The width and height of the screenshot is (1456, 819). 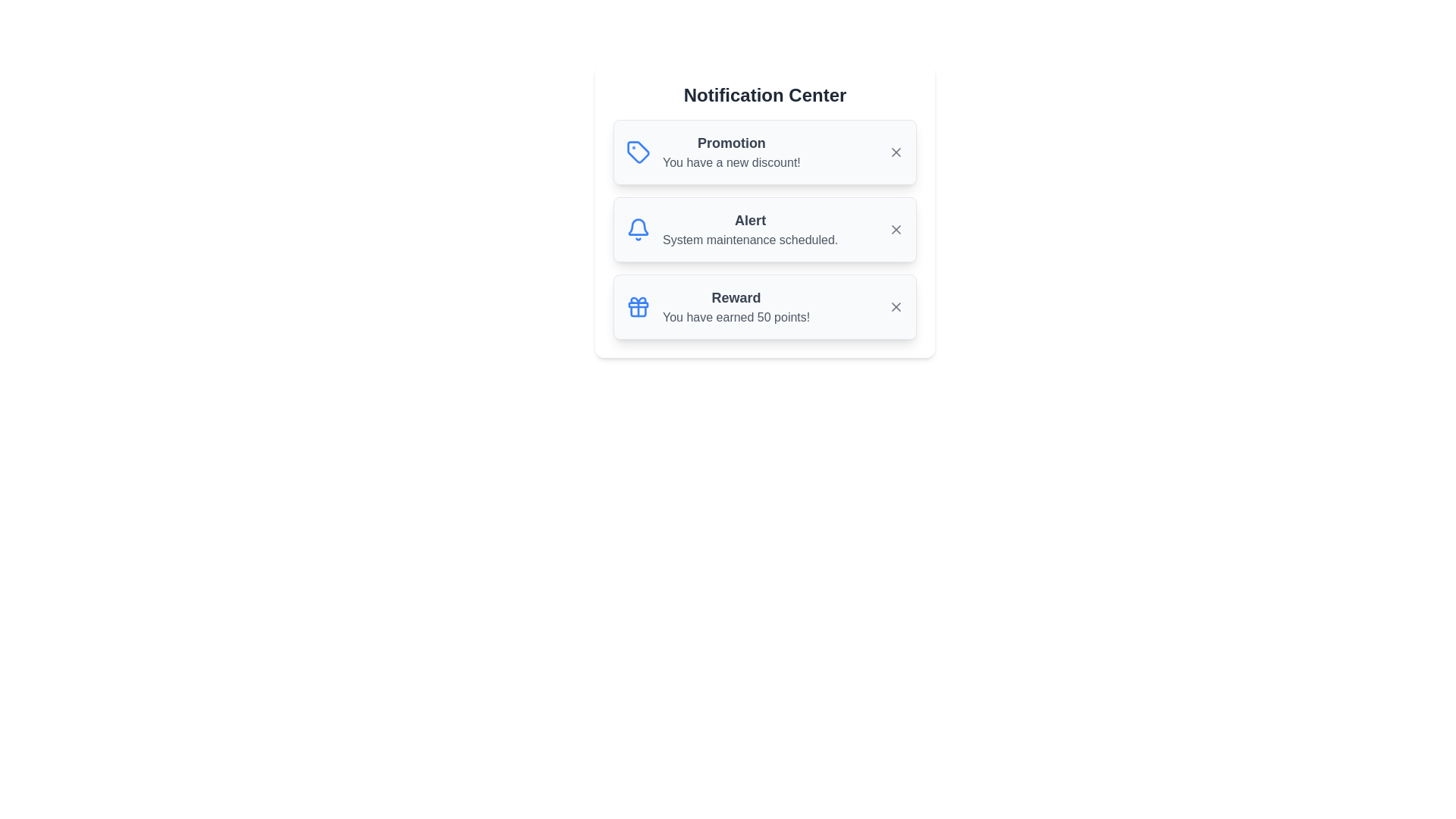 What do you see at coordinates (736, 298) in the screenshot?
I see `the bold dark gray text 'Reward' located in the notification card, positioned to the right of the gift icon and above the description 'You have earned 50 points!'` at bounding box center [736, 298].